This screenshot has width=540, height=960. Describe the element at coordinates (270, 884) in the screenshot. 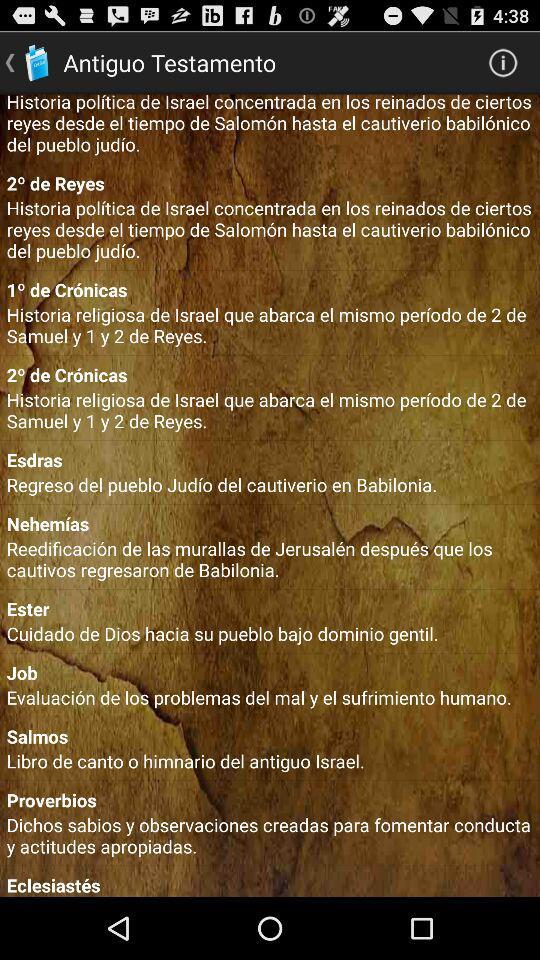

I see `the app below dichos sabios y item` at that location.